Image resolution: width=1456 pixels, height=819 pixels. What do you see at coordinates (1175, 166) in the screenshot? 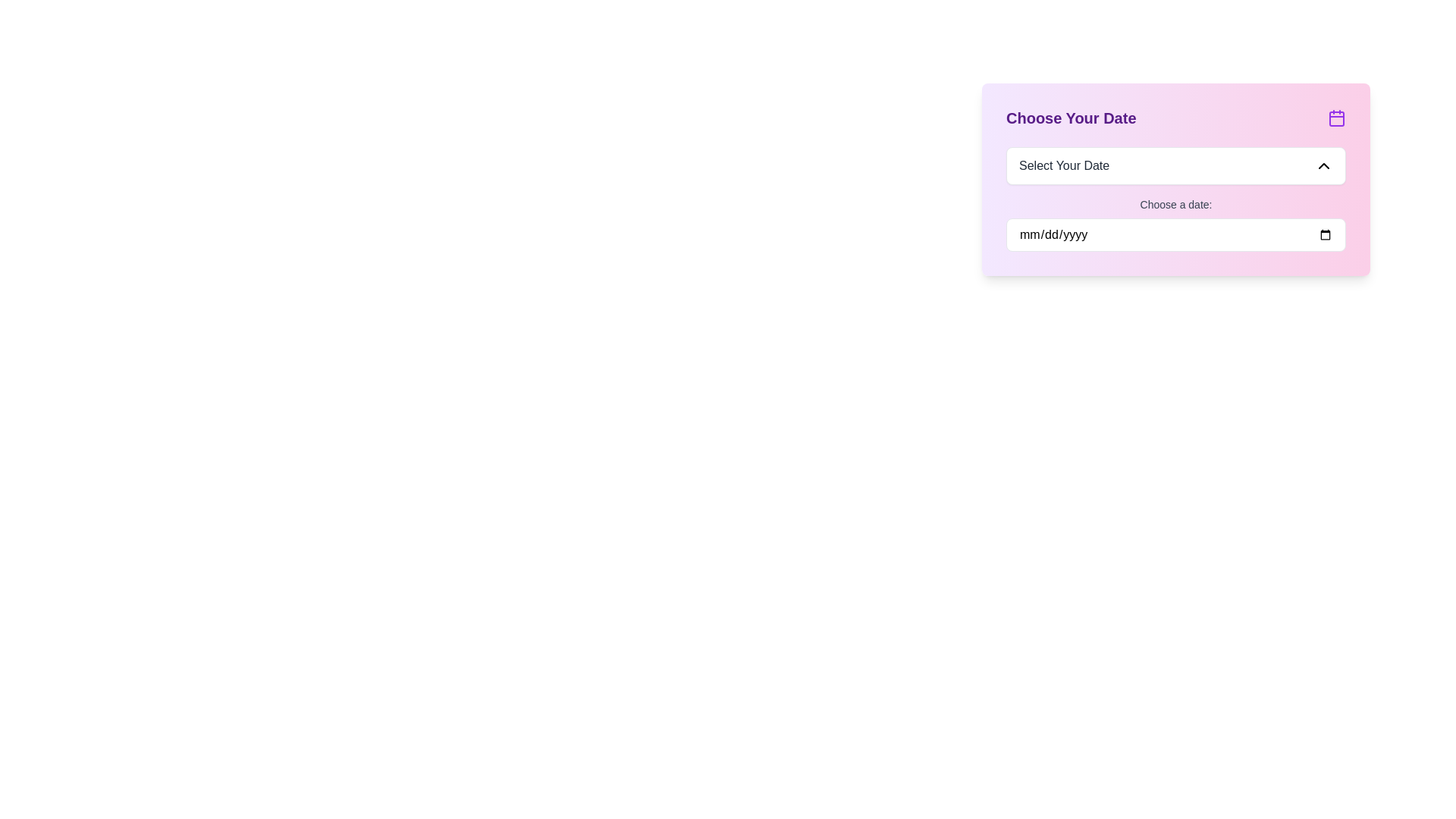
I see `the Dropdown menu labeled 'Select Your Date'` at bounding box center [1175, 166].